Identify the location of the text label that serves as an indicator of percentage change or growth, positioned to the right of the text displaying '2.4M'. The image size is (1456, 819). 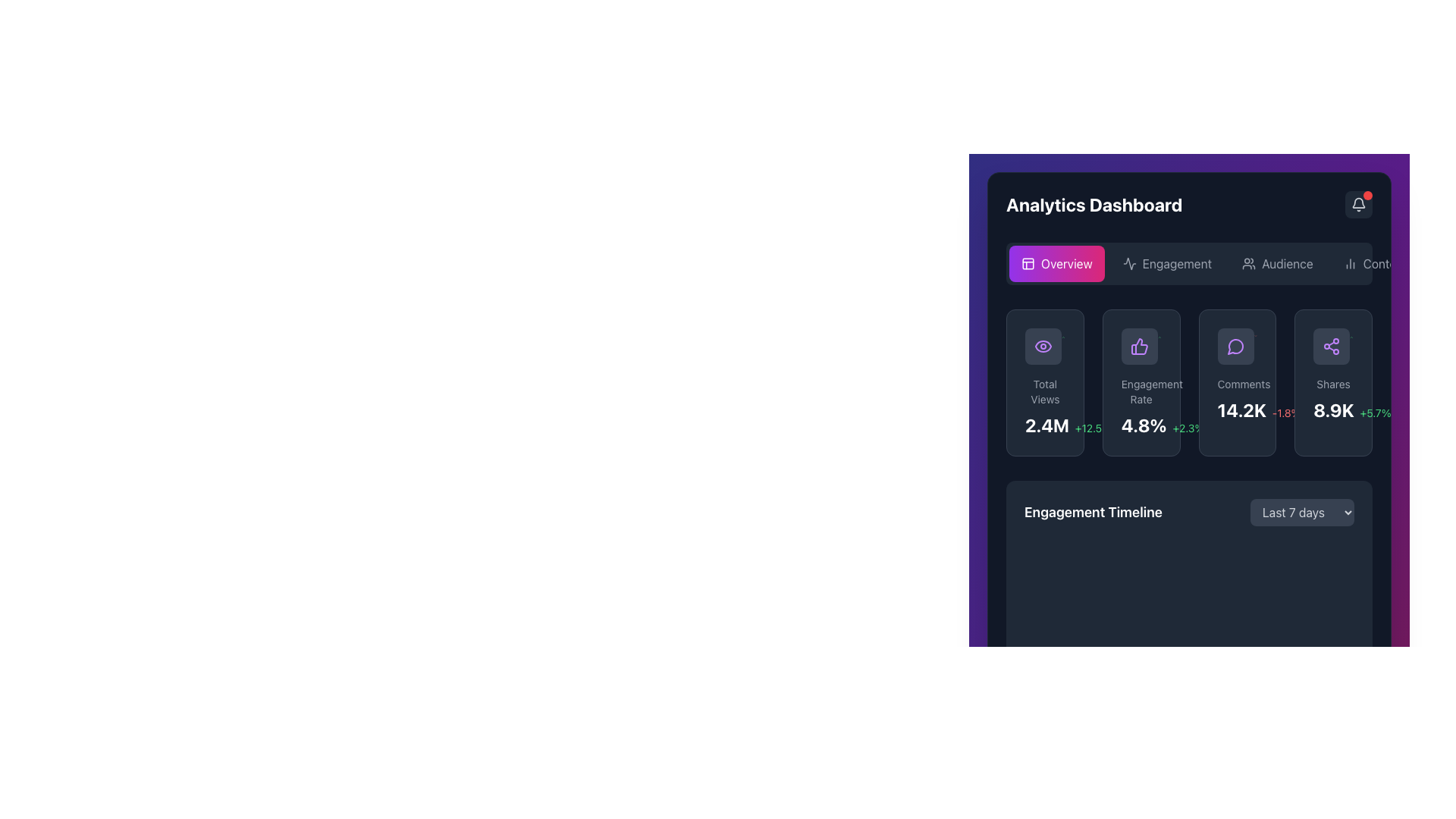
(1093, 428).